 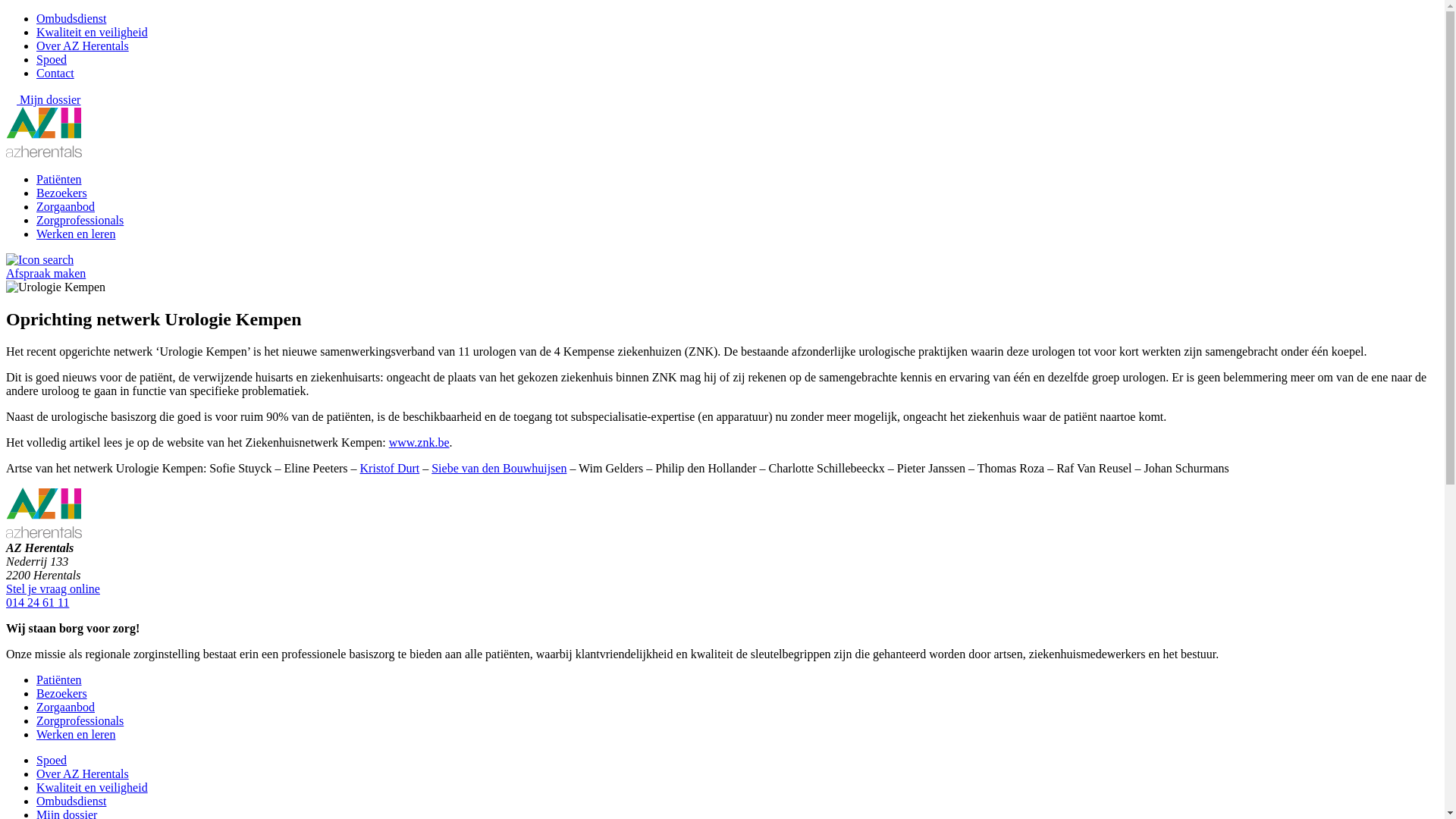 What do you see at coordinates (37, 601) in the screenshot?
I see `'014 24 61 11'` at bounding box center [37, 601].